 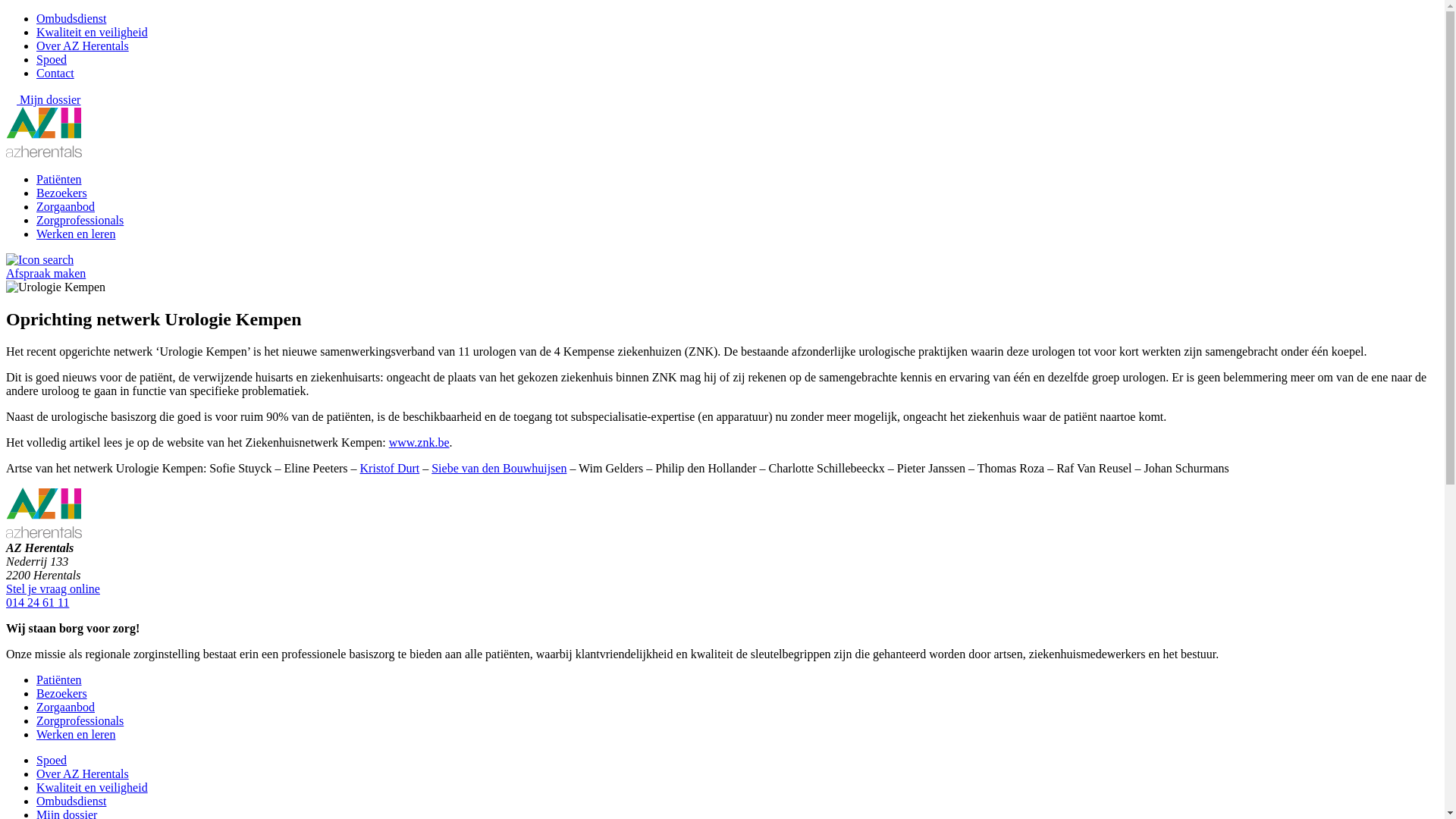 What do you see at coordinates (37, 601) in the screenshot?
I see `'014 24 61 11'` at bounding box center [37, 601].